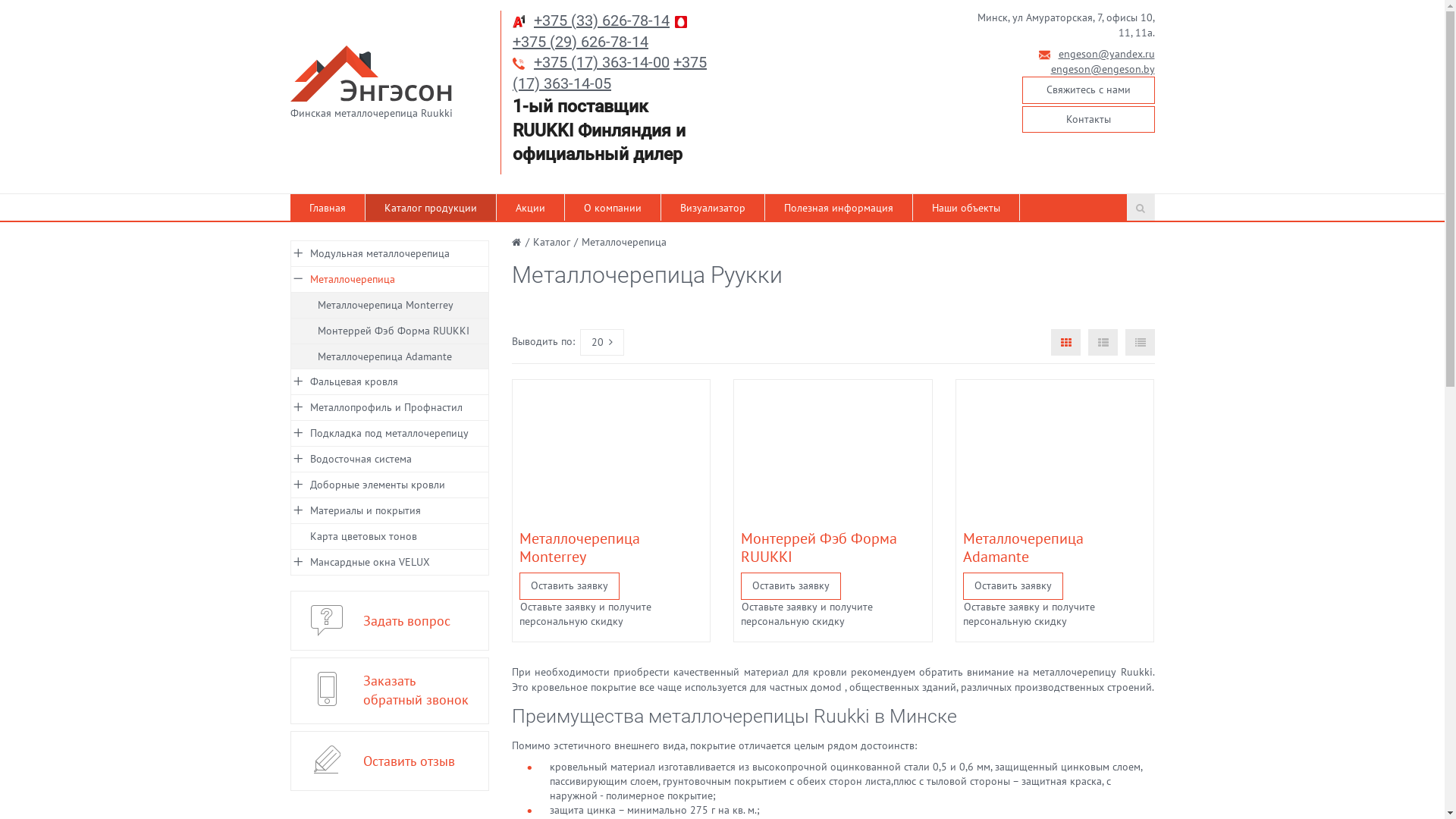  Describe the element at coordinates (1037, 54) in the screenshot. I see `'mail.png'` at that location.